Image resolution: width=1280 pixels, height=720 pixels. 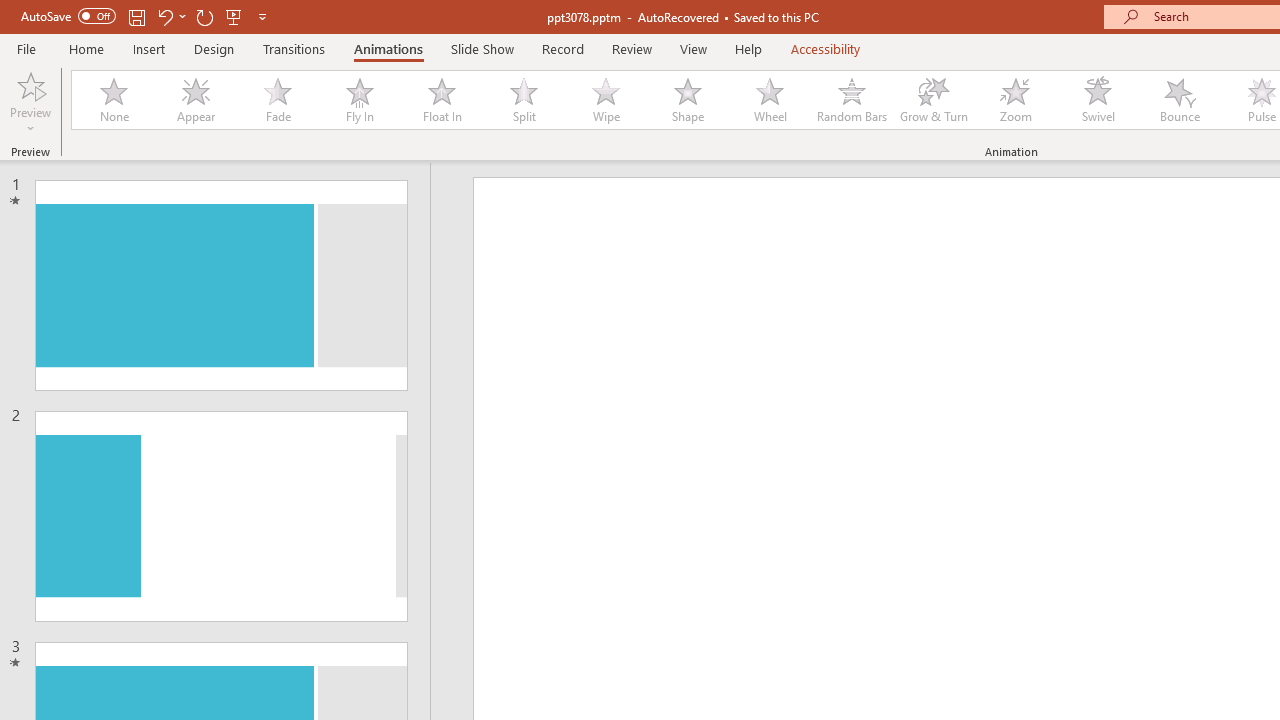 What do you see at coordinates (112, 100) in the screenshot?
I see `'None'` at bounding box center [112, 100].